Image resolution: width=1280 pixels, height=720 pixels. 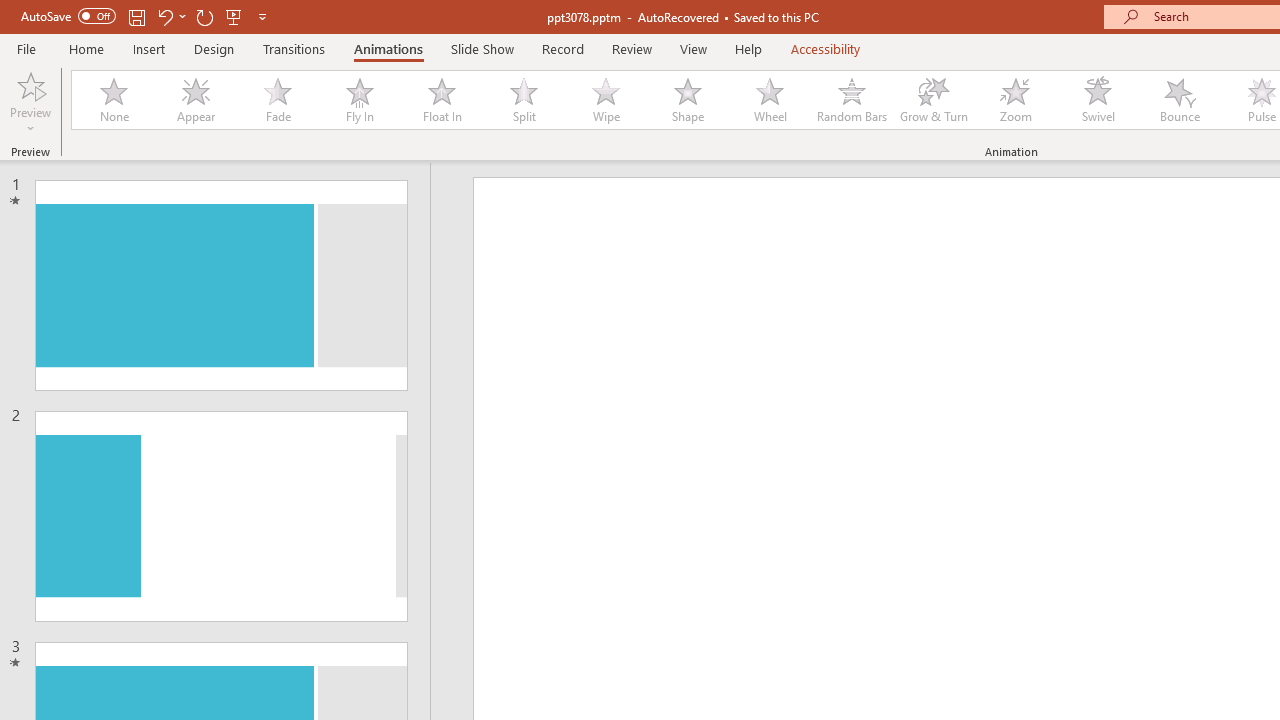 What do you see at coordinates (112, 100) in the screenshot?
I see `'None'` at bounding box center [112, 100].